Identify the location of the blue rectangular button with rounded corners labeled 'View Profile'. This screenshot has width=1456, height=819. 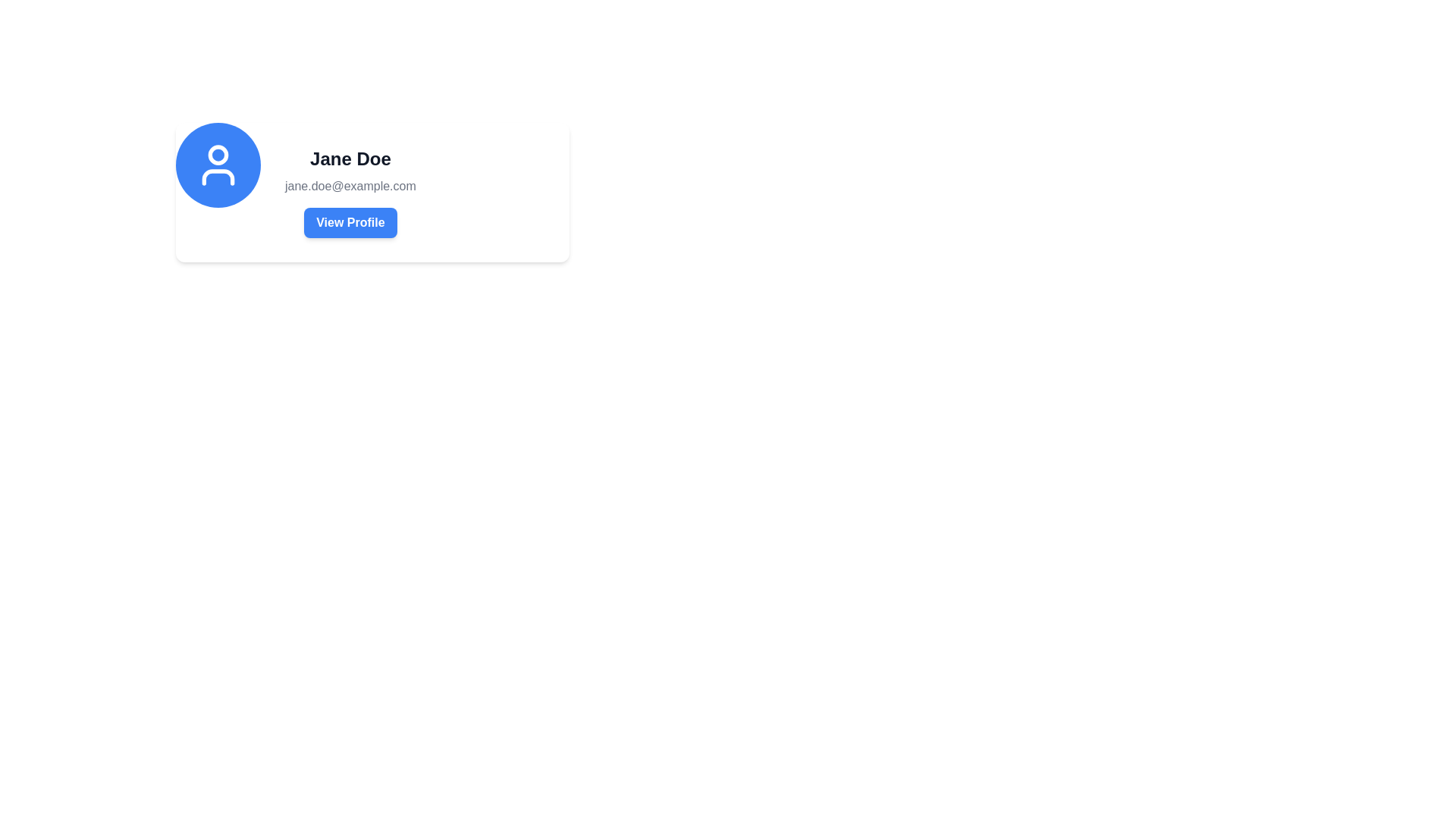
(350, 222).